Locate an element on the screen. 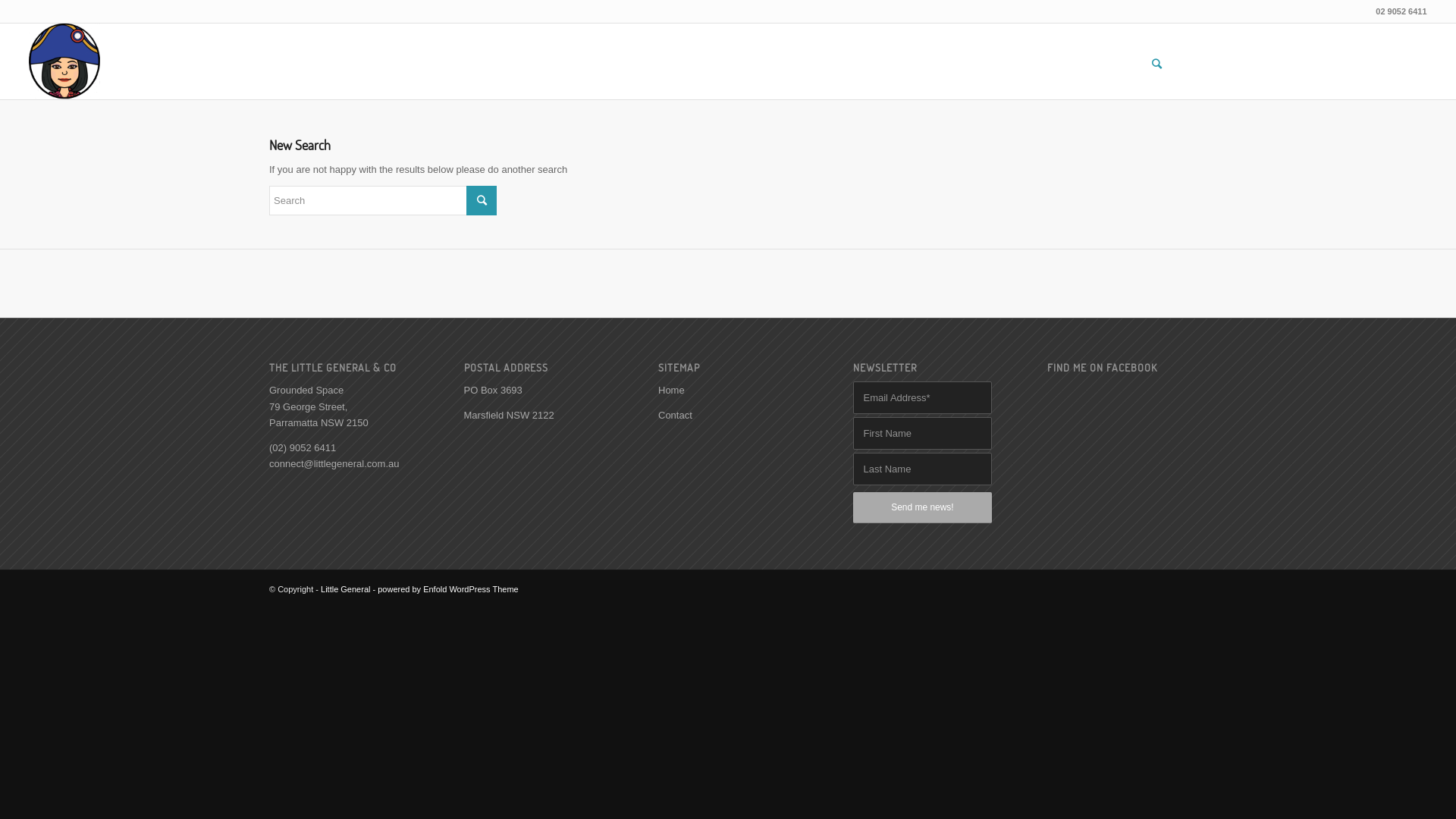  'Home' is located at coordinates (1172, 37).